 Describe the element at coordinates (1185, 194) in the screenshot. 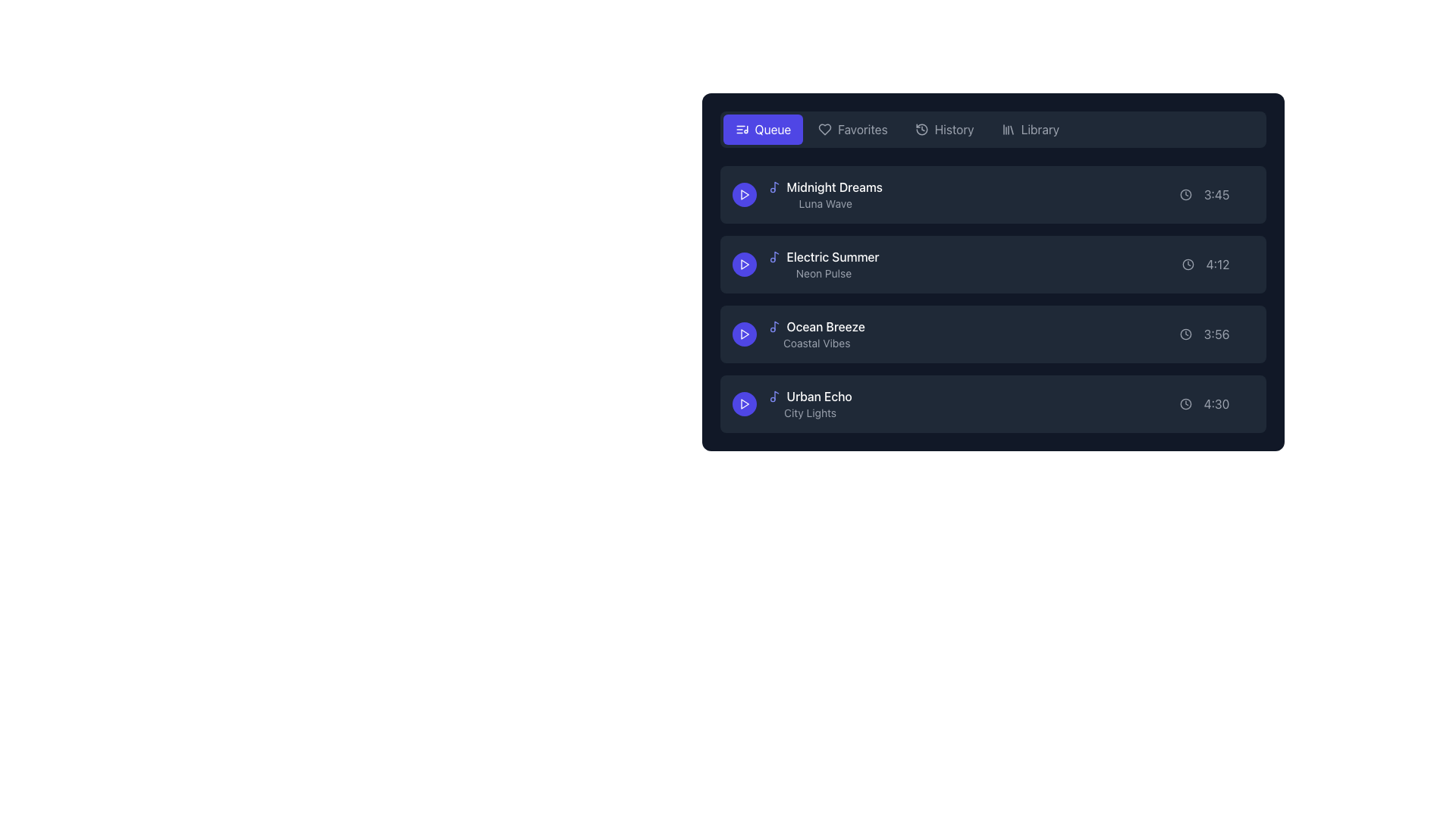

I see `the clock icon located in the first row of the list, which is aligned to the right of the text '3:45'` at that location.